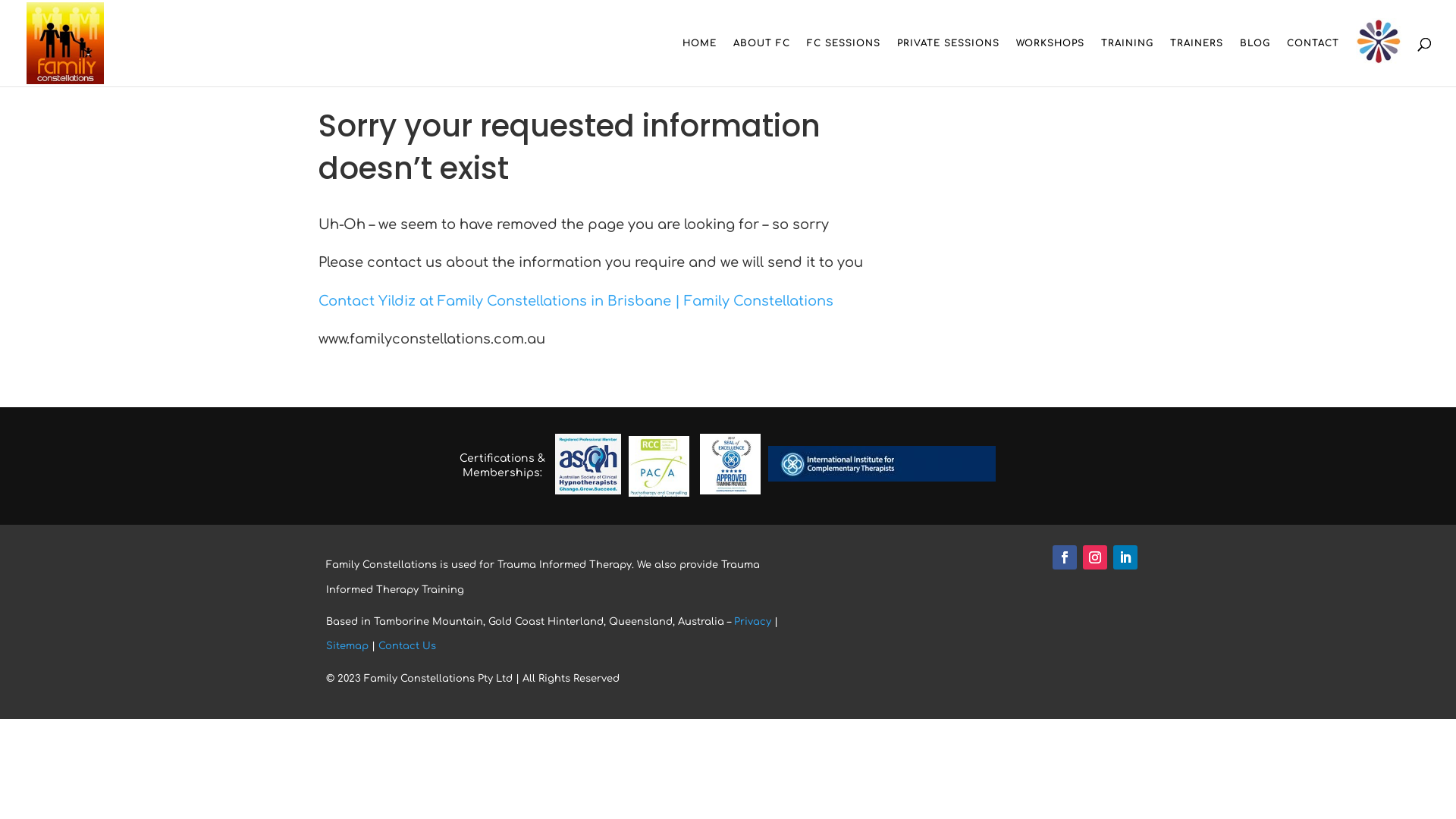  I want to click on 'Follow on Facebook', so click(1063, 557).